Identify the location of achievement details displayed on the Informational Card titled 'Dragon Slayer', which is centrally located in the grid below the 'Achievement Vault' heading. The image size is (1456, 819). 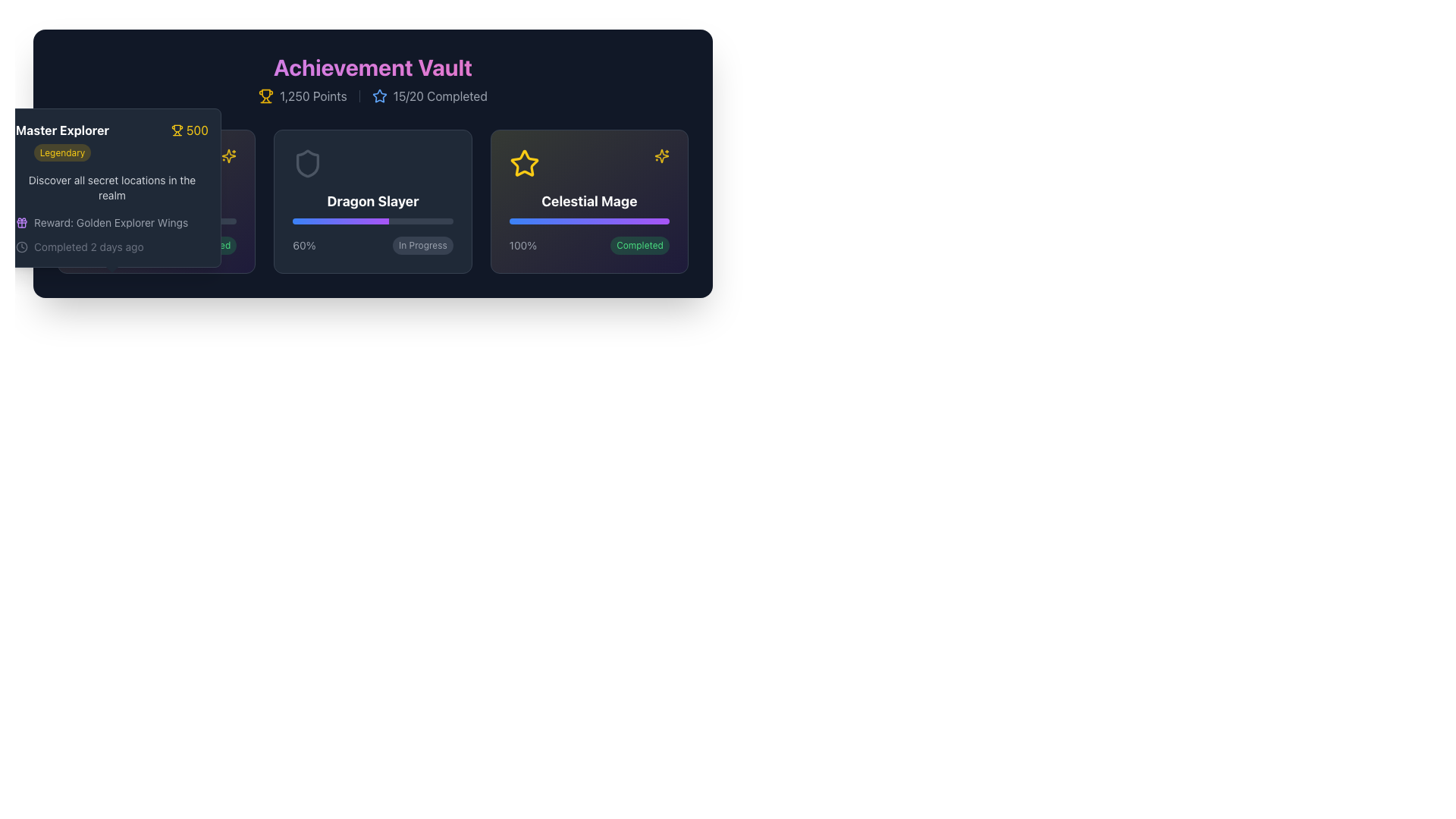
(372, 201).